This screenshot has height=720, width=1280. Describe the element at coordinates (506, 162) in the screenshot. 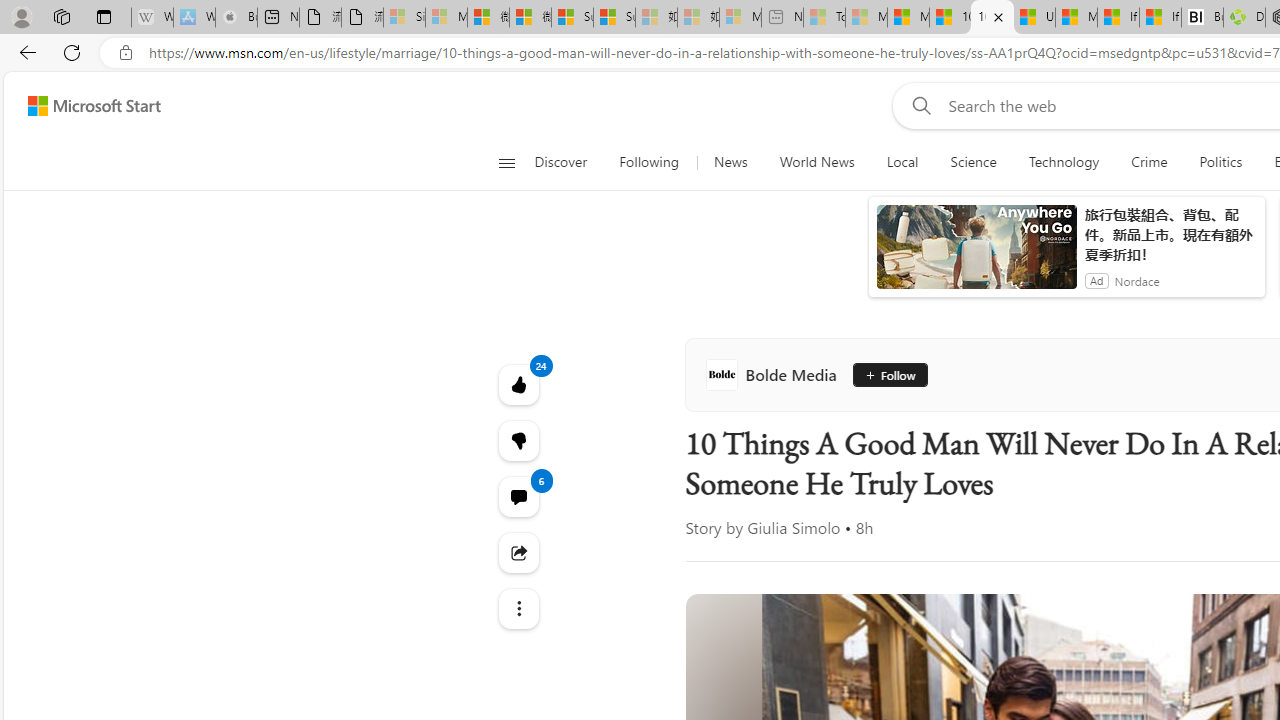

I see `'Class: button-glyph'` at that location.